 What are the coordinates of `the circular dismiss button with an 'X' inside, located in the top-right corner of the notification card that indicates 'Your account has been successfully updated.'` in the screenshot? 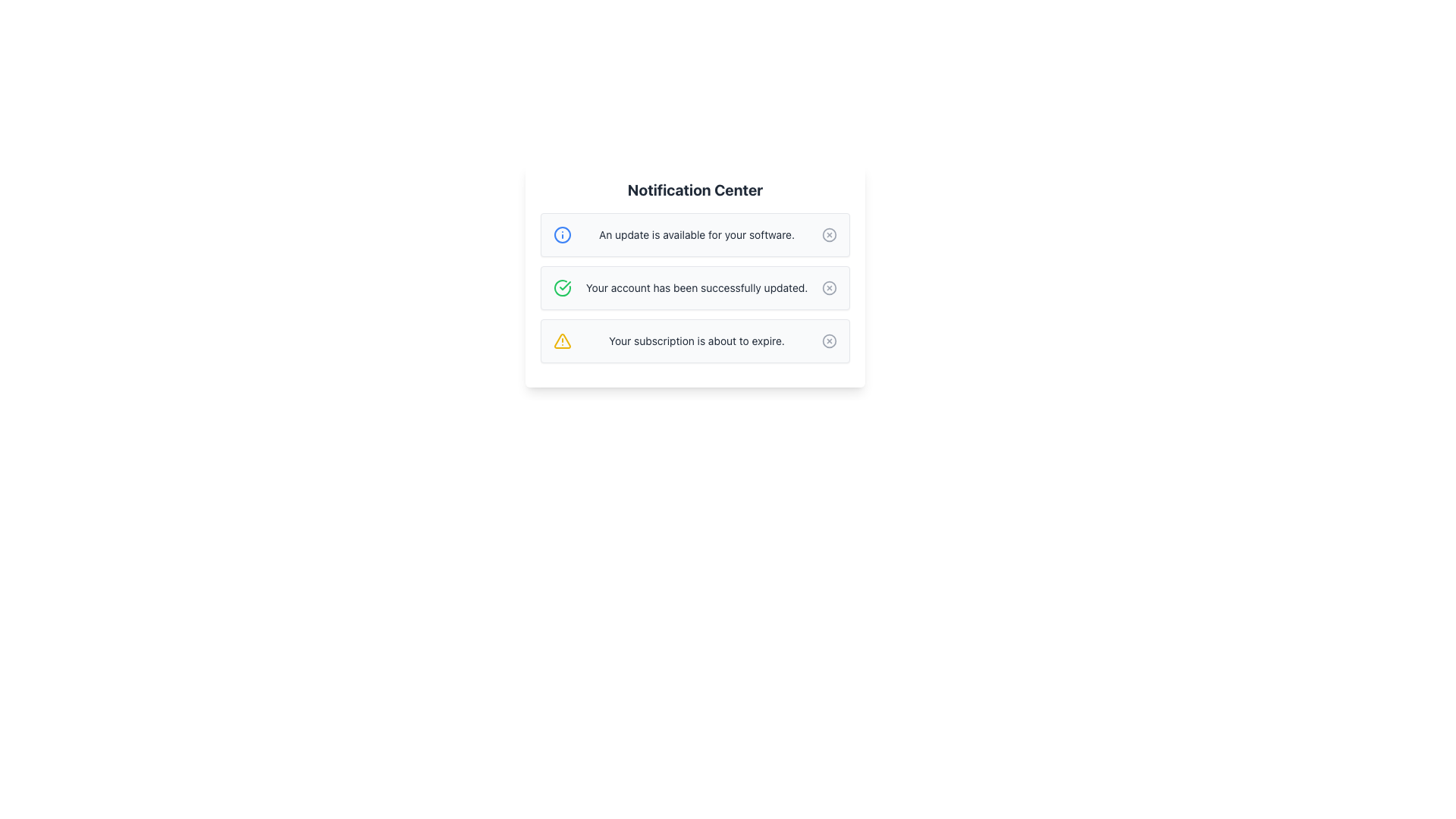 It's located at (829, 288).